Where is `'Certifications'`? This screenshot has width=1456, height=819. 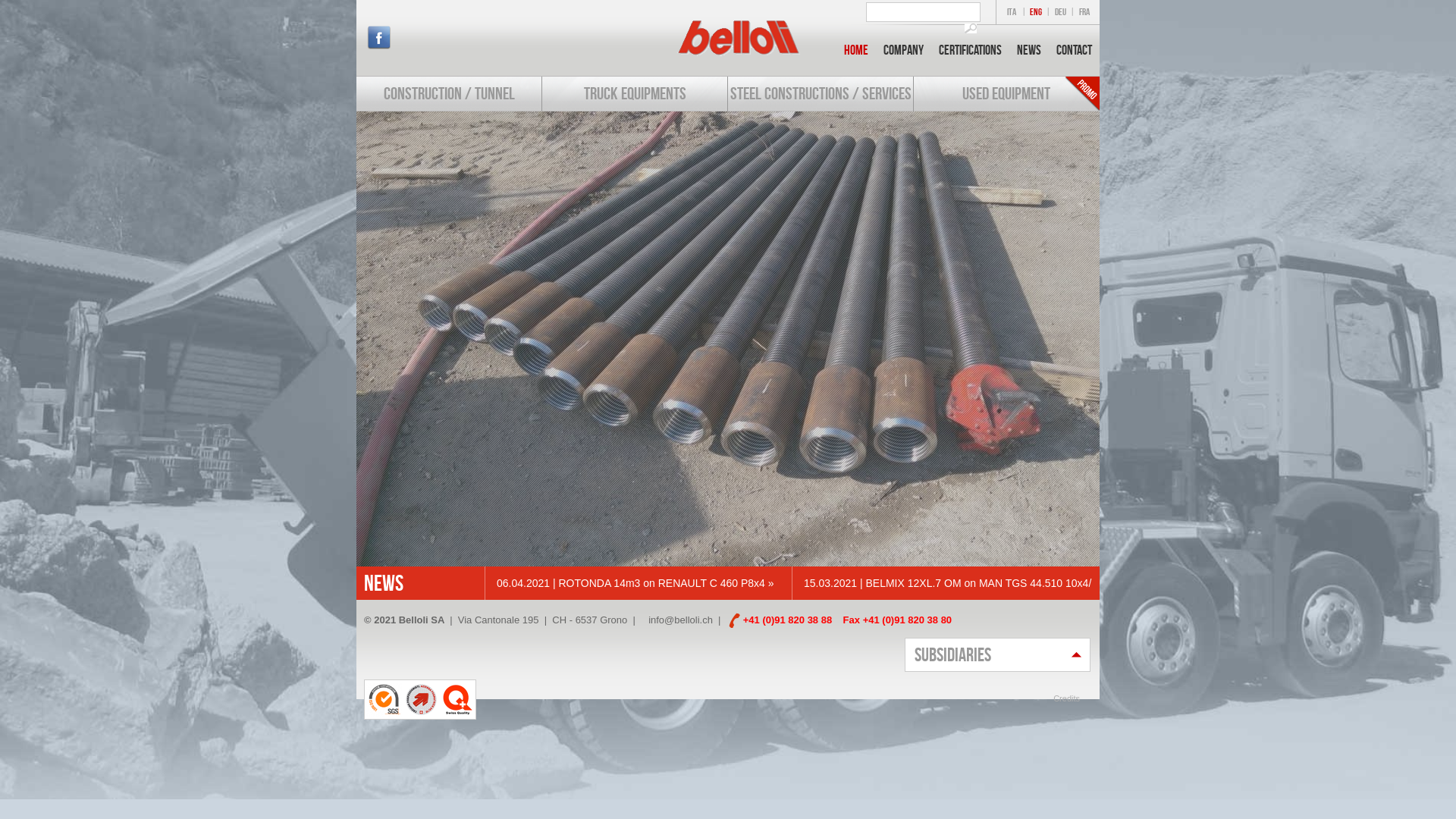
'Certifications' is located at coordinates (969, 49).